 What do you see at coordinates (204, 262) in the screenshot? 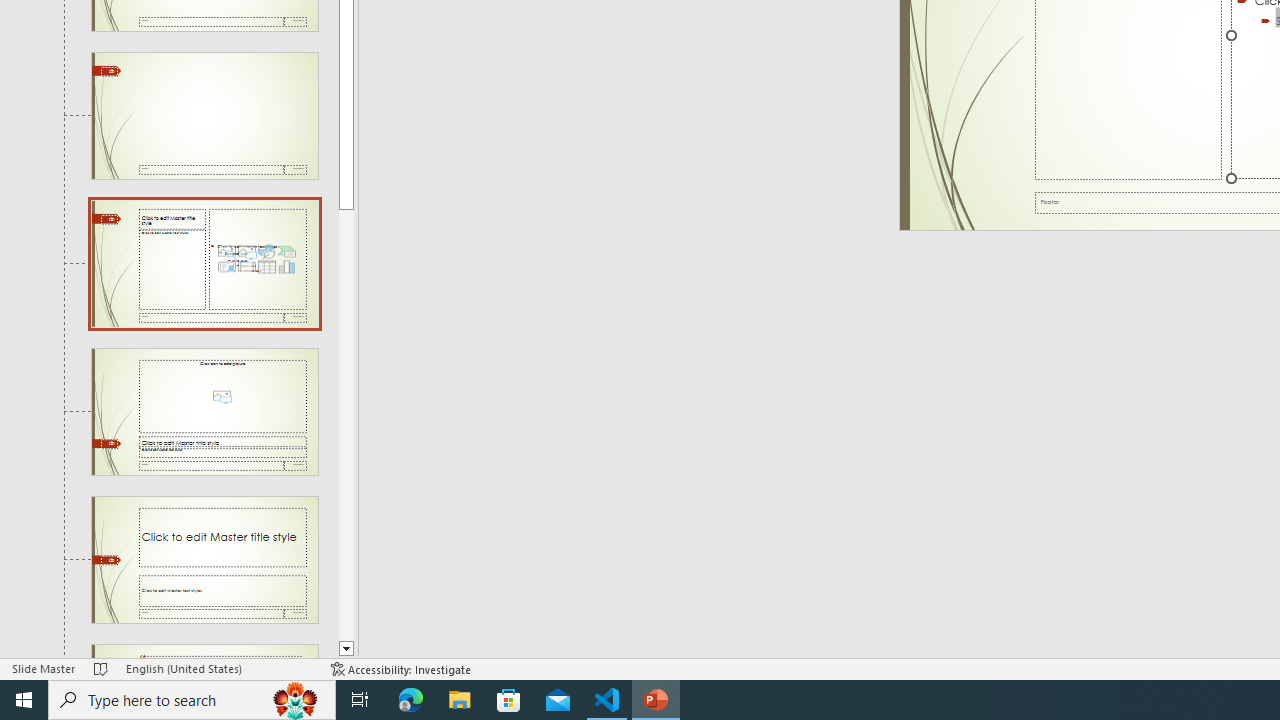
I see `'Slide Content with Caption Layout: used by no slides'` at bounding box center [204, 262].